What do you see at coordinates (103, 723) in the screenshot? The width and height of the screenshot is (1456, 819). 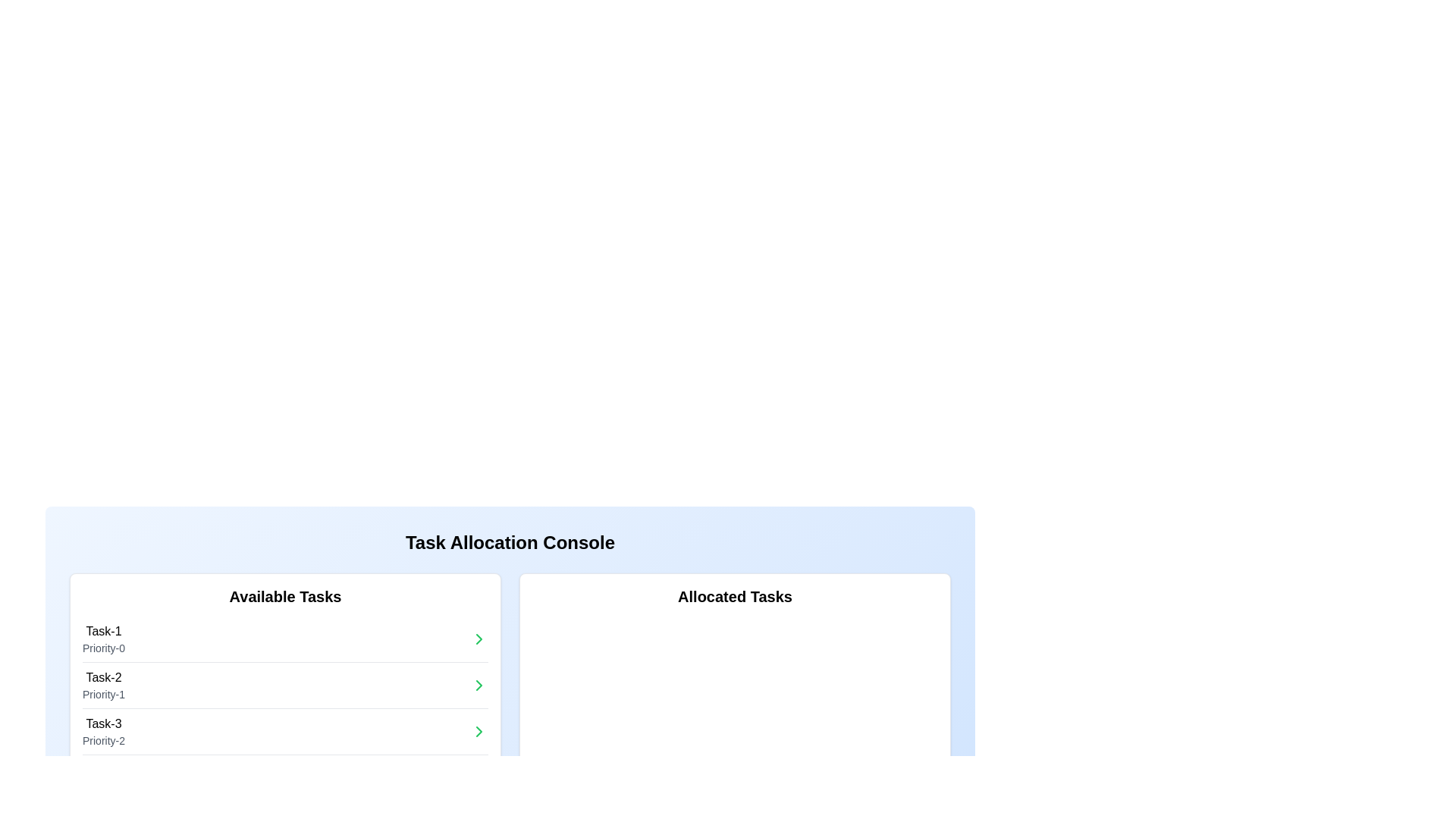 I see `text label displaying the name of the task, which is 'Task-3', located in the third row of the 'Available Tasks' list` at bounding box center [103, 723].